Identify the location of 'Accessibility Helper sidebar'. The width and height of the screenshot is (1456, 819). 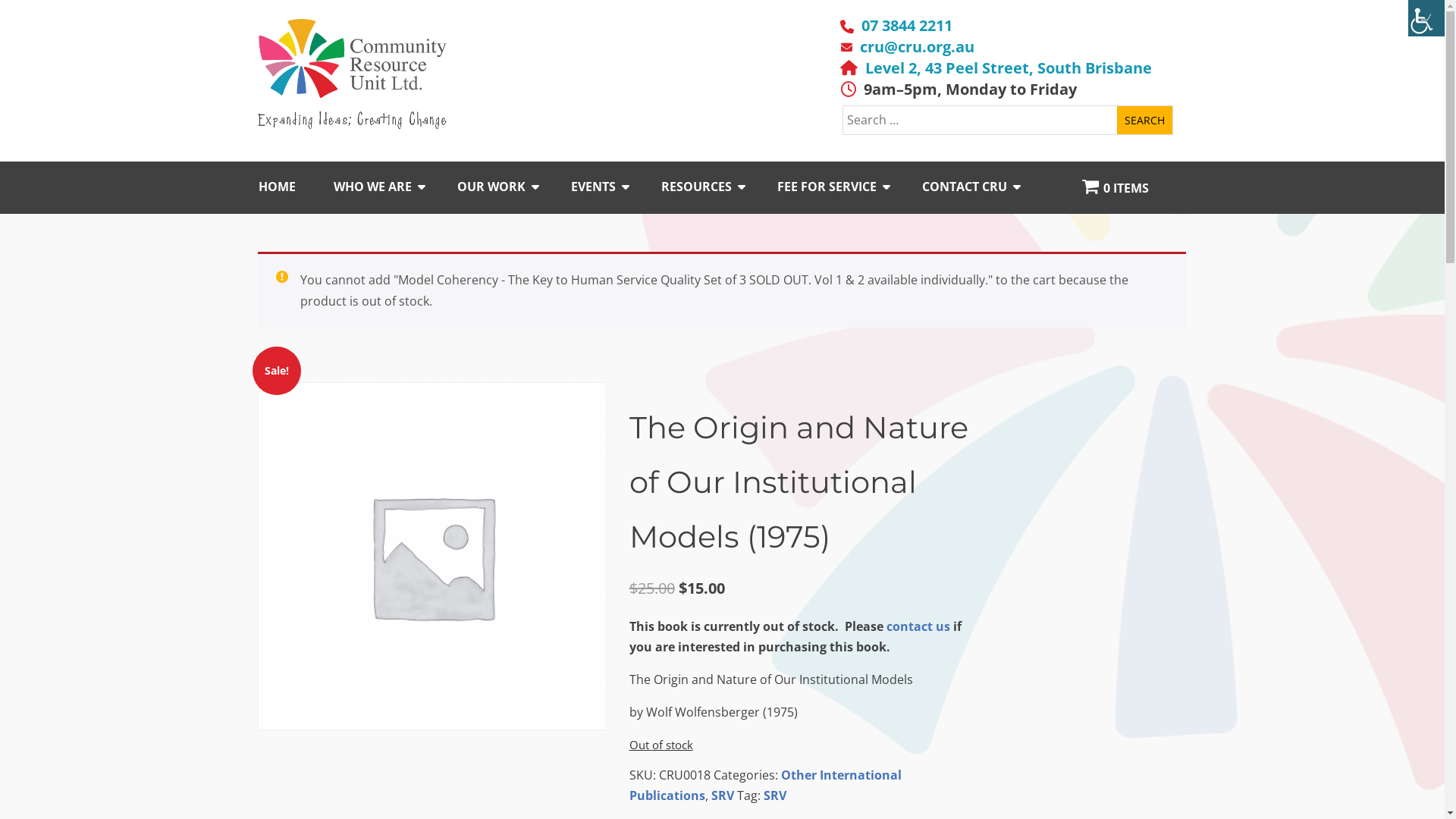
(1426, 17).